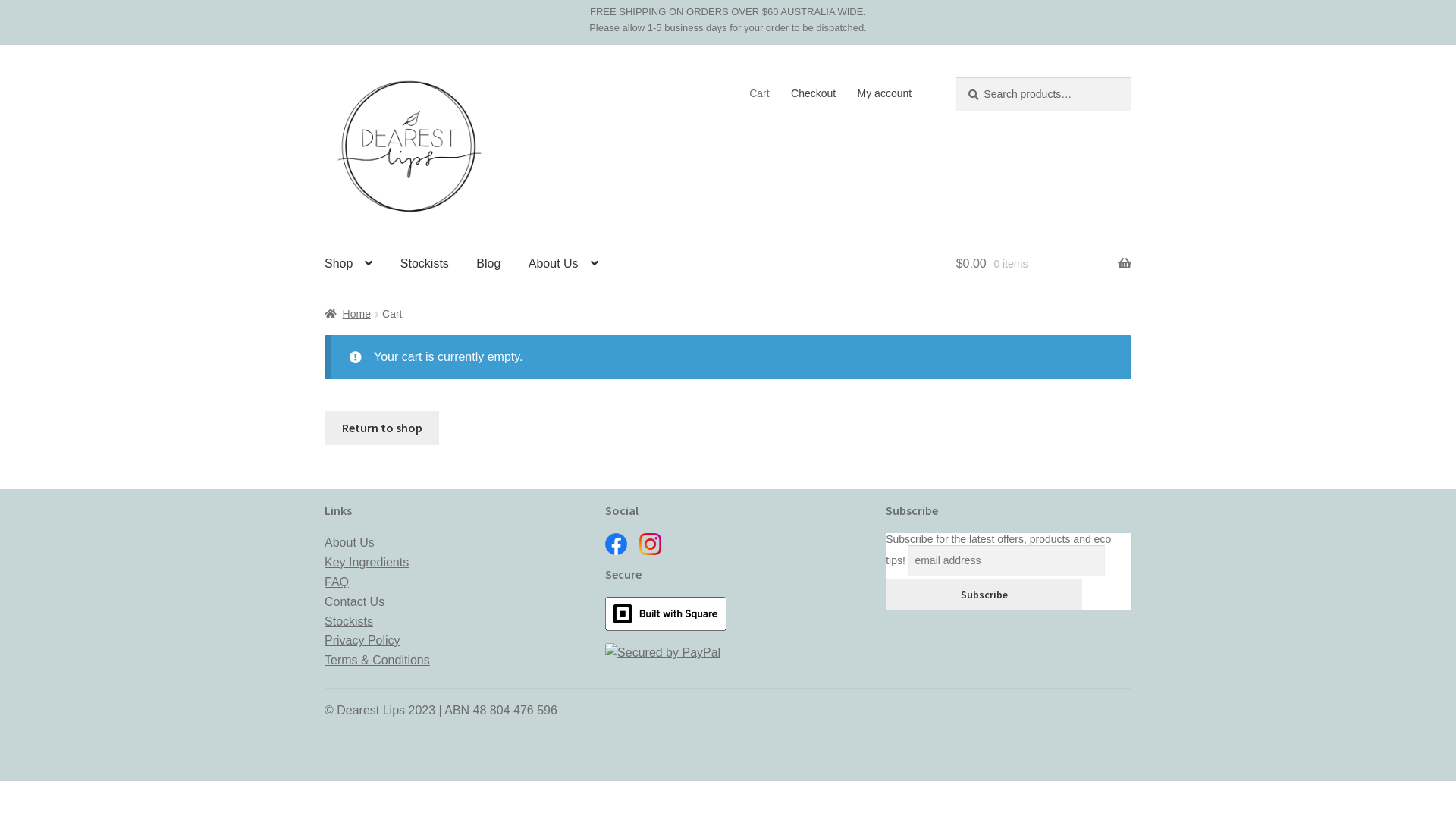 This screenshot has height=819, width=1456. Describe the element at coordinates (312, 262) in the screenshot. I see `'Shop'` at that location.